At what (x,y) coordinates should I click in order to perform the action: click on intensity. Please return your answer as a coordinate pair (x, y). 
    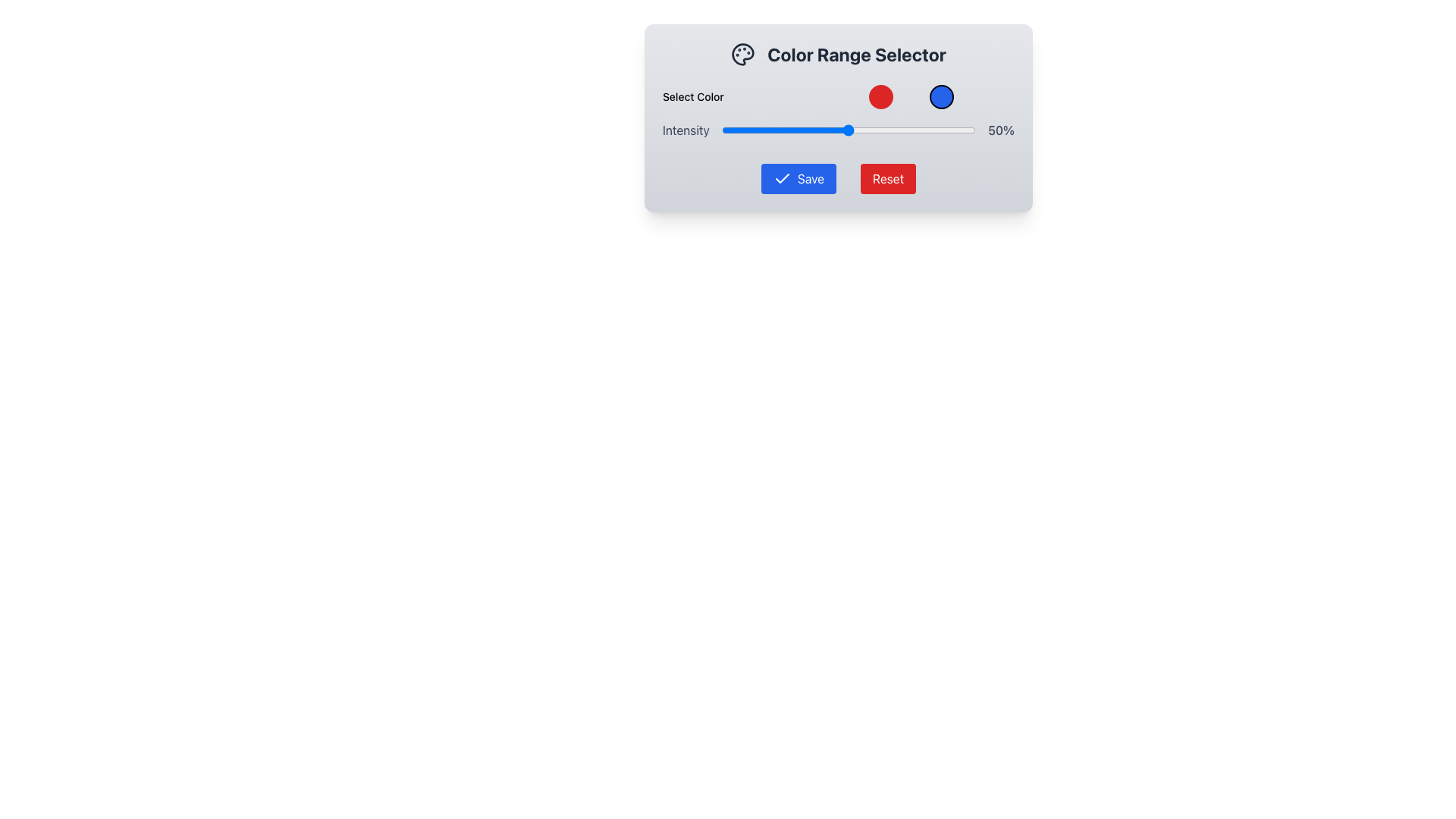
    Looking at the image, I should click on (848, 130).